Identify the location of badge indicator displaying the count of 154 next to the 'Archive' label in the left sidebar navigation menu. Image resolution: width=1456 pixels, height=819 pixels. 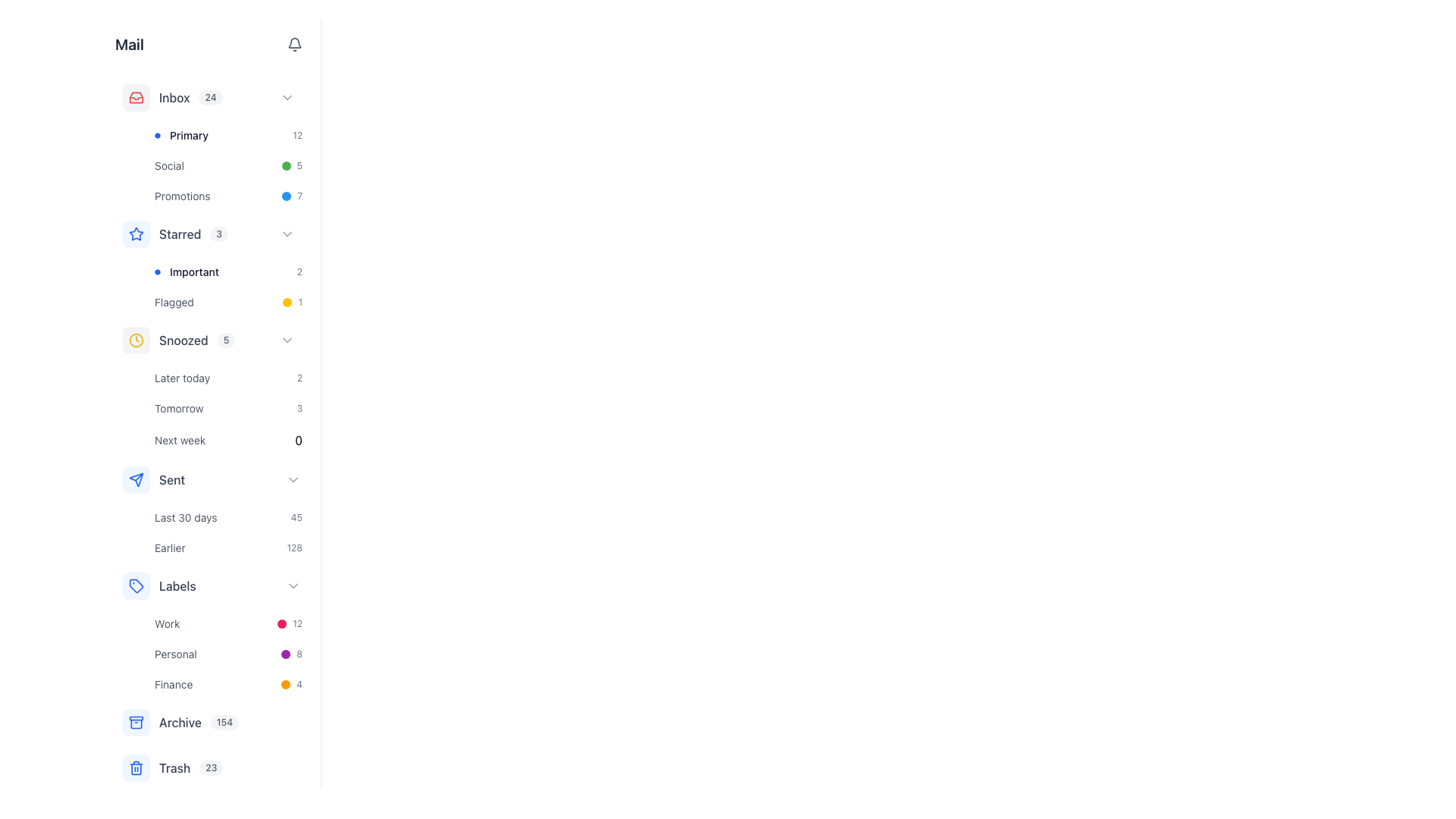
(198, 721).